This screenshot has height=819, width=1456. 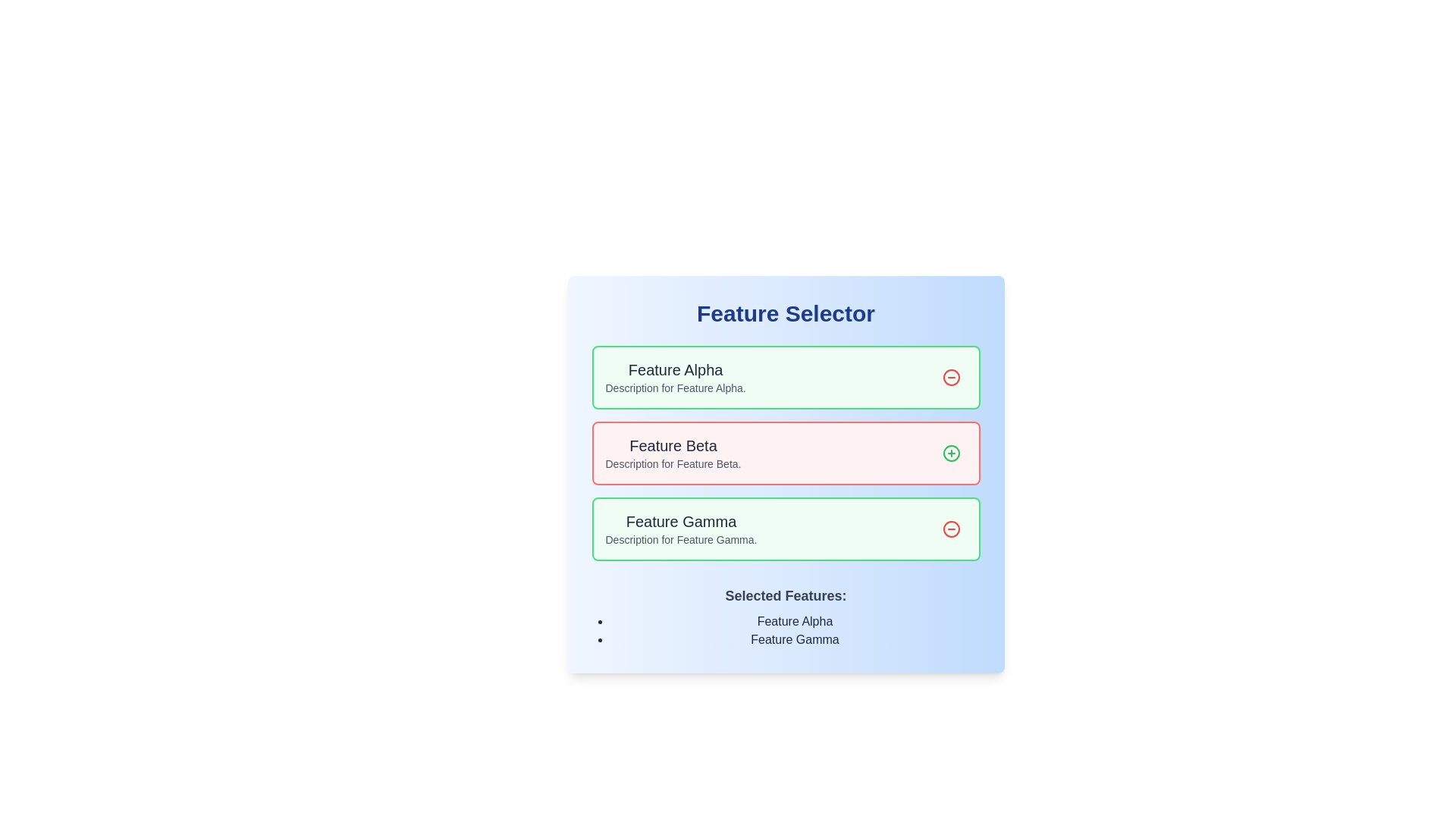 What do you see at coordinates (673, 444) in the screenshot?
I see `the title text label for the 'Feature Beta' feature, which visually identifies the feature in the list` at bounding box center [673, 444].